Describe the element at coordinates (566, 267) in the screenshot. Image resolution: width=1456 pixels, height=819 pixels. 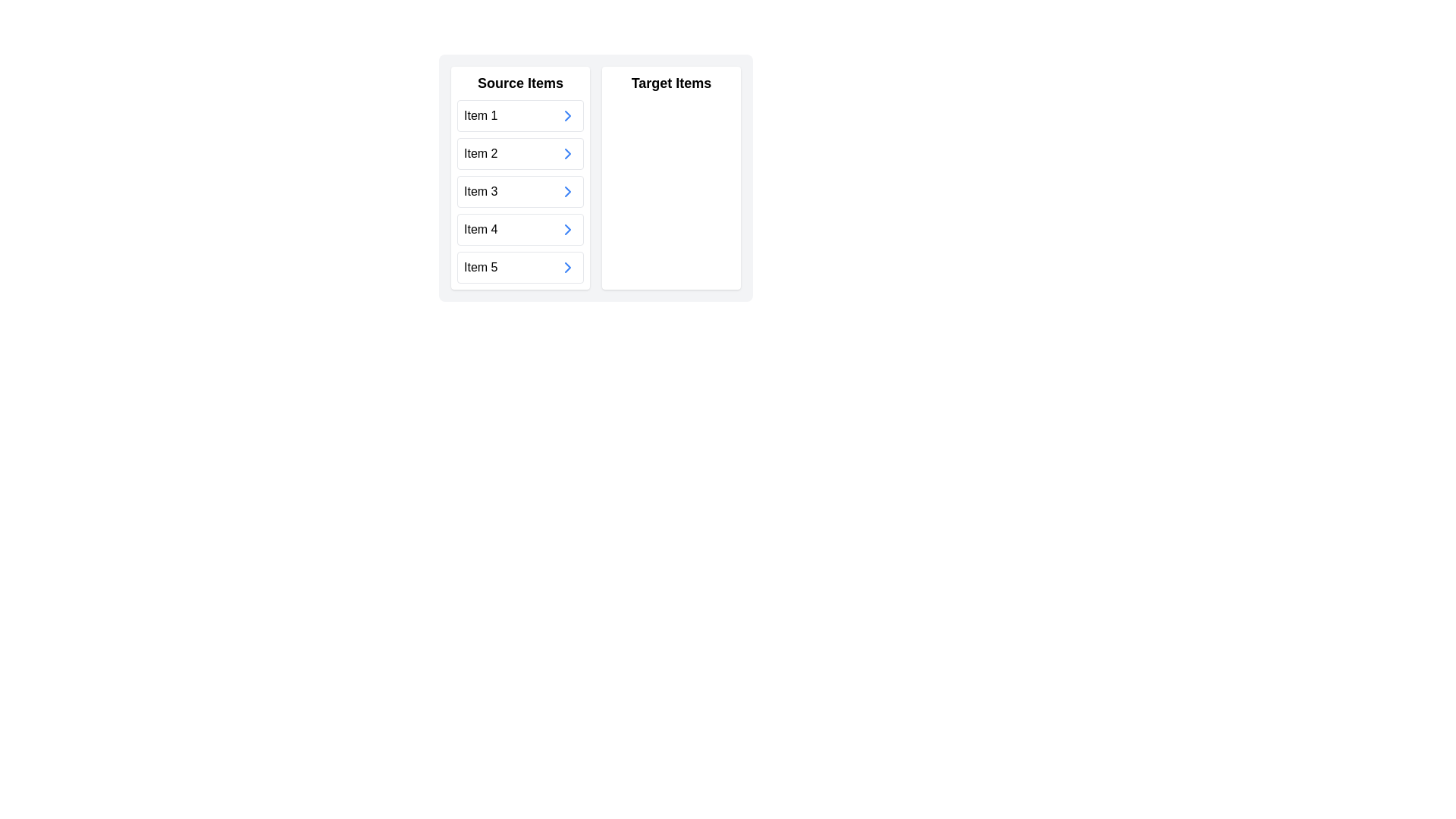
I see `the rightmost chevron icon in the 'Source Items' list corresponding to 'Item 5'` at that location.